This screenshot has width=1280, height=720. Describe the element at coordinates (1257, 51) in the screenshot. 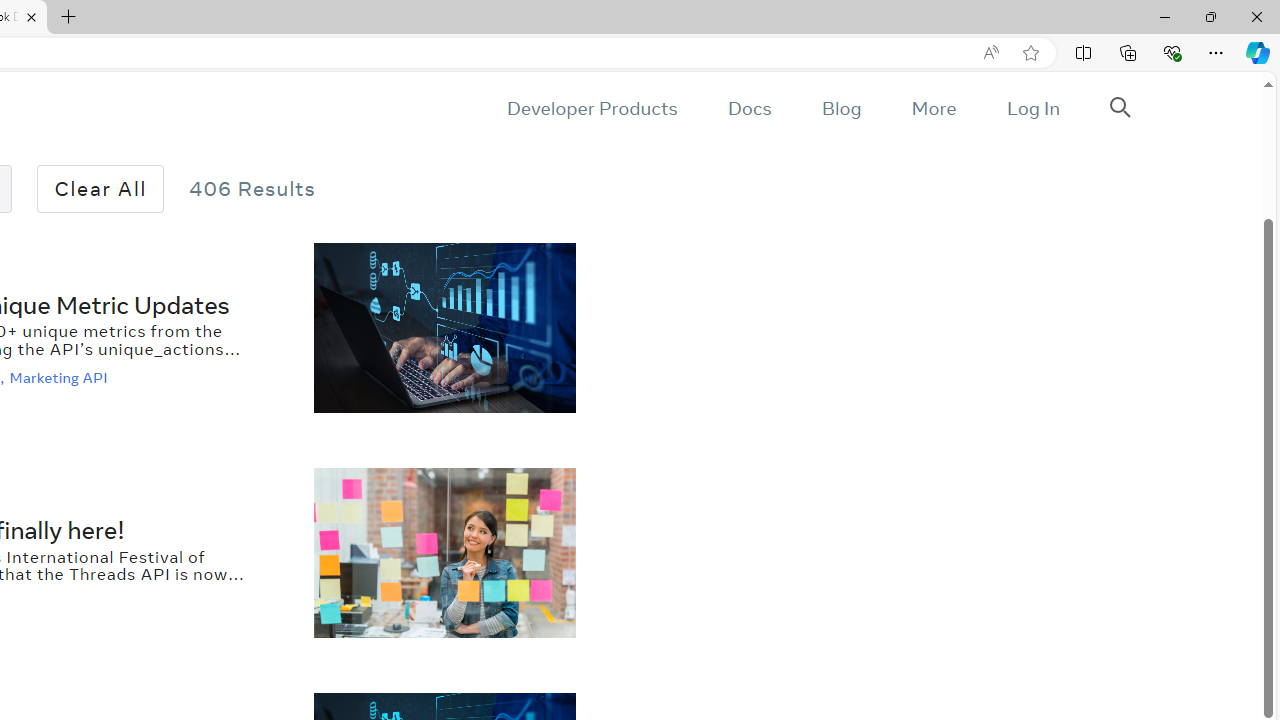

I see `'Copilot (Ctrl+Shift+.)'` at that location.